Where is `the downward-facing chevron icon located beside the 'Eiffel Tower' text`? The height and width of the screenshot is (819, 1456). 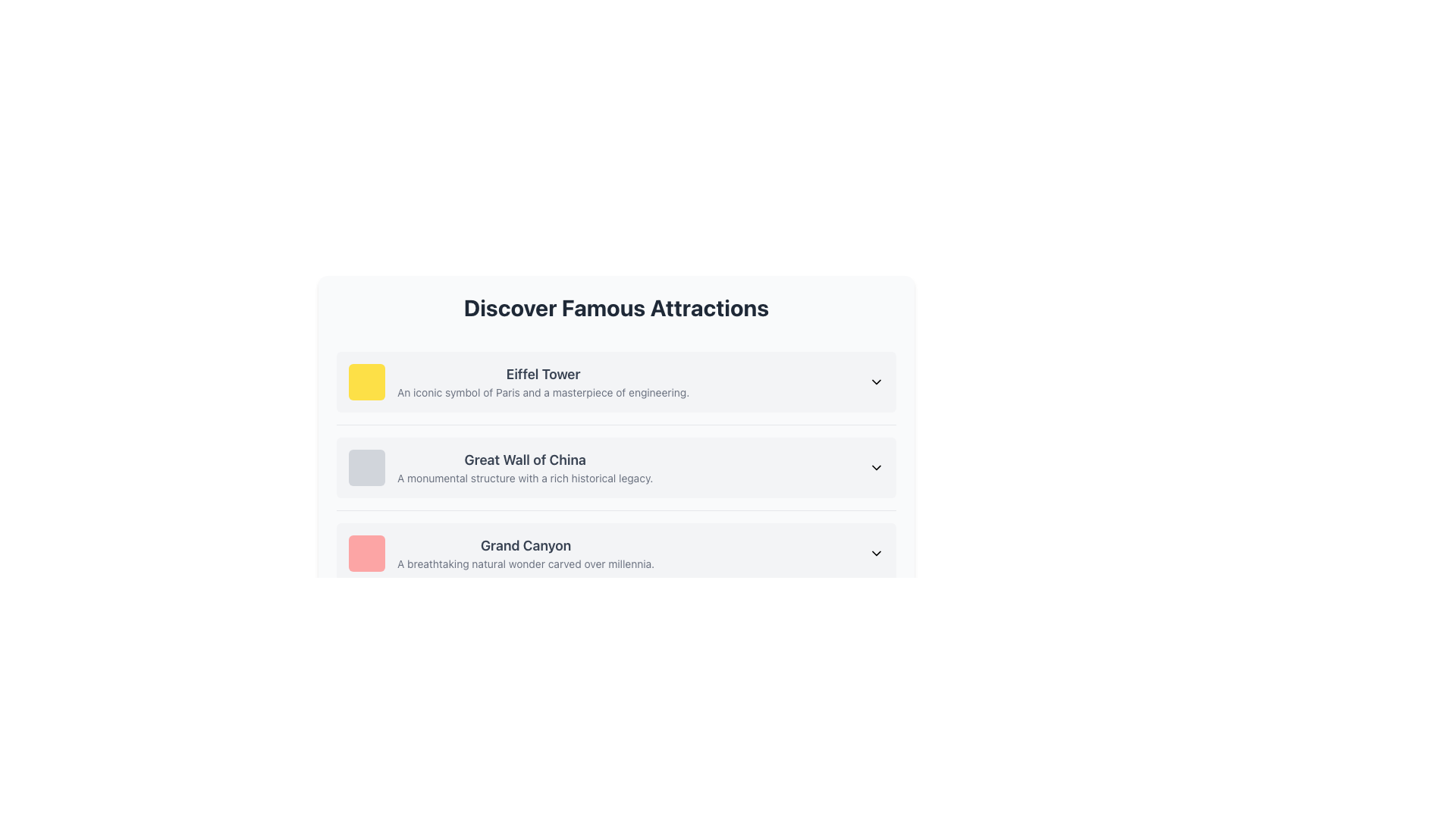 the downward-facing chevron icon located beside the 'Eiffel Tower' text is located at coordinates (877, 381).